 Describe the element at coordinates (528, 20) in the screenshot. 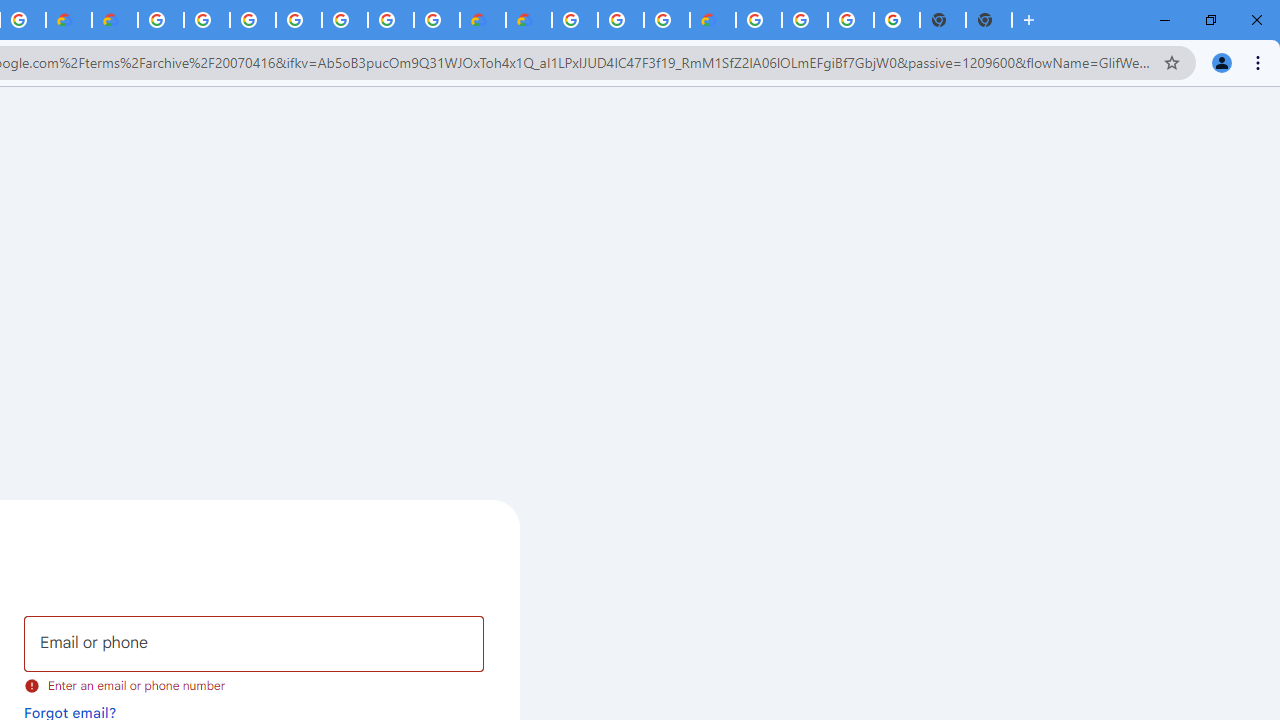

I see `'Google Cloud Estimate Summary'` at that location.